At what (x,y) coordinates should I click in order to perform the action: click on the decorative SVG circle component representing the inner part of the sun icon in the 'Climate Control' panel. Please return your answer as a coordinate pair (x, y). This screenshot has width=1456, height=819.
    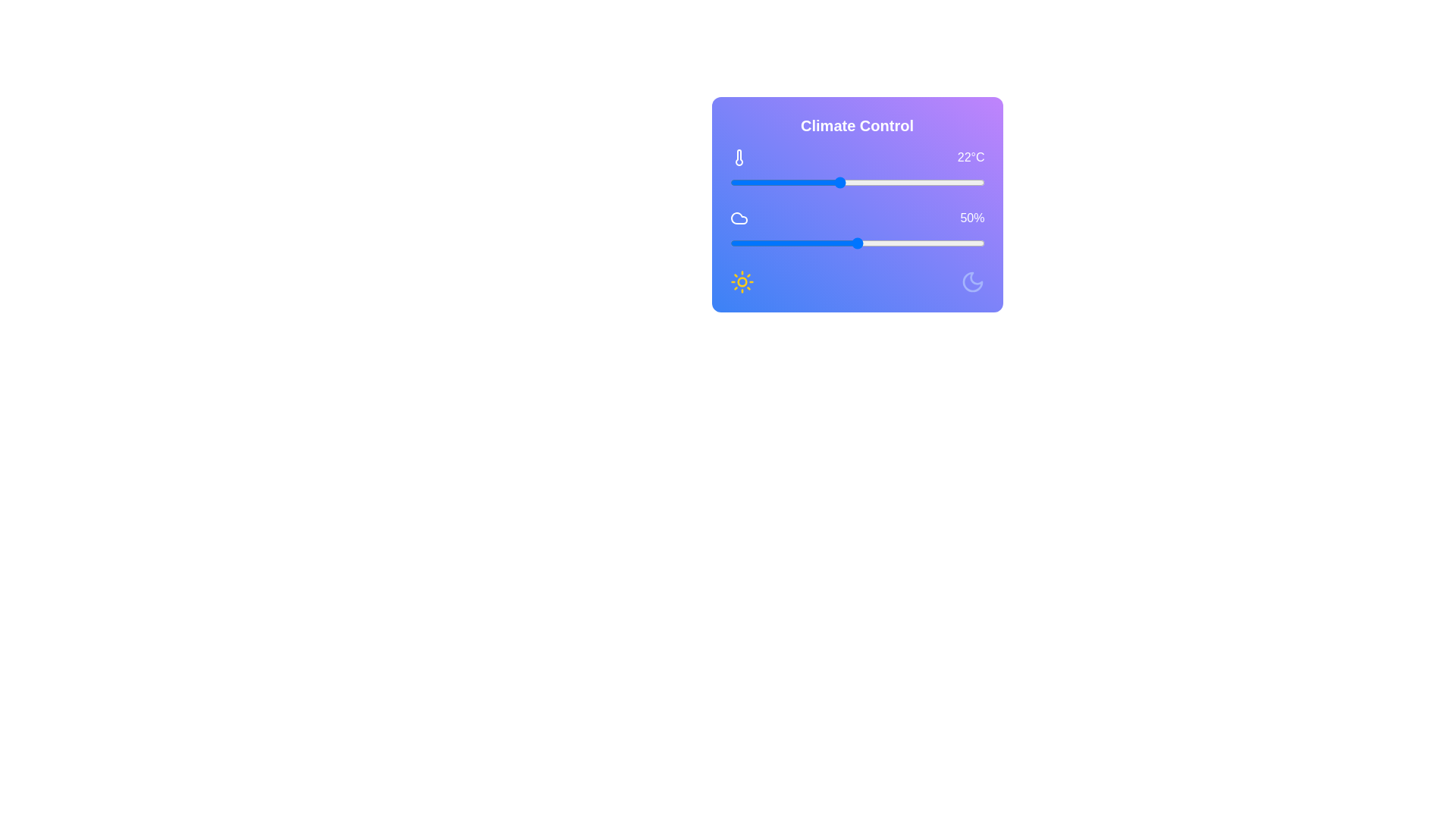
    Looking at the image, I should click on (742, 281).